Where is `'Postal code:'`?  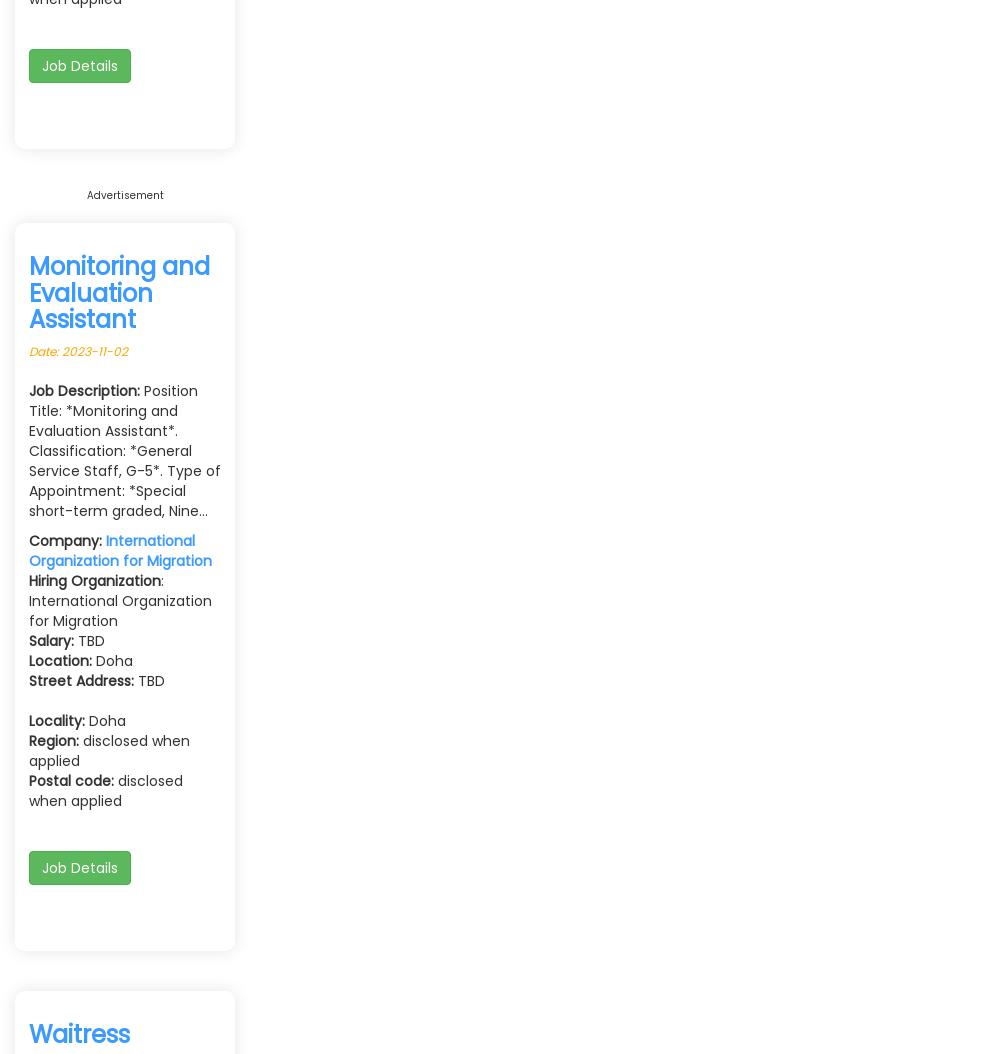 'Postal code:' is located at coordinates (71, 779).